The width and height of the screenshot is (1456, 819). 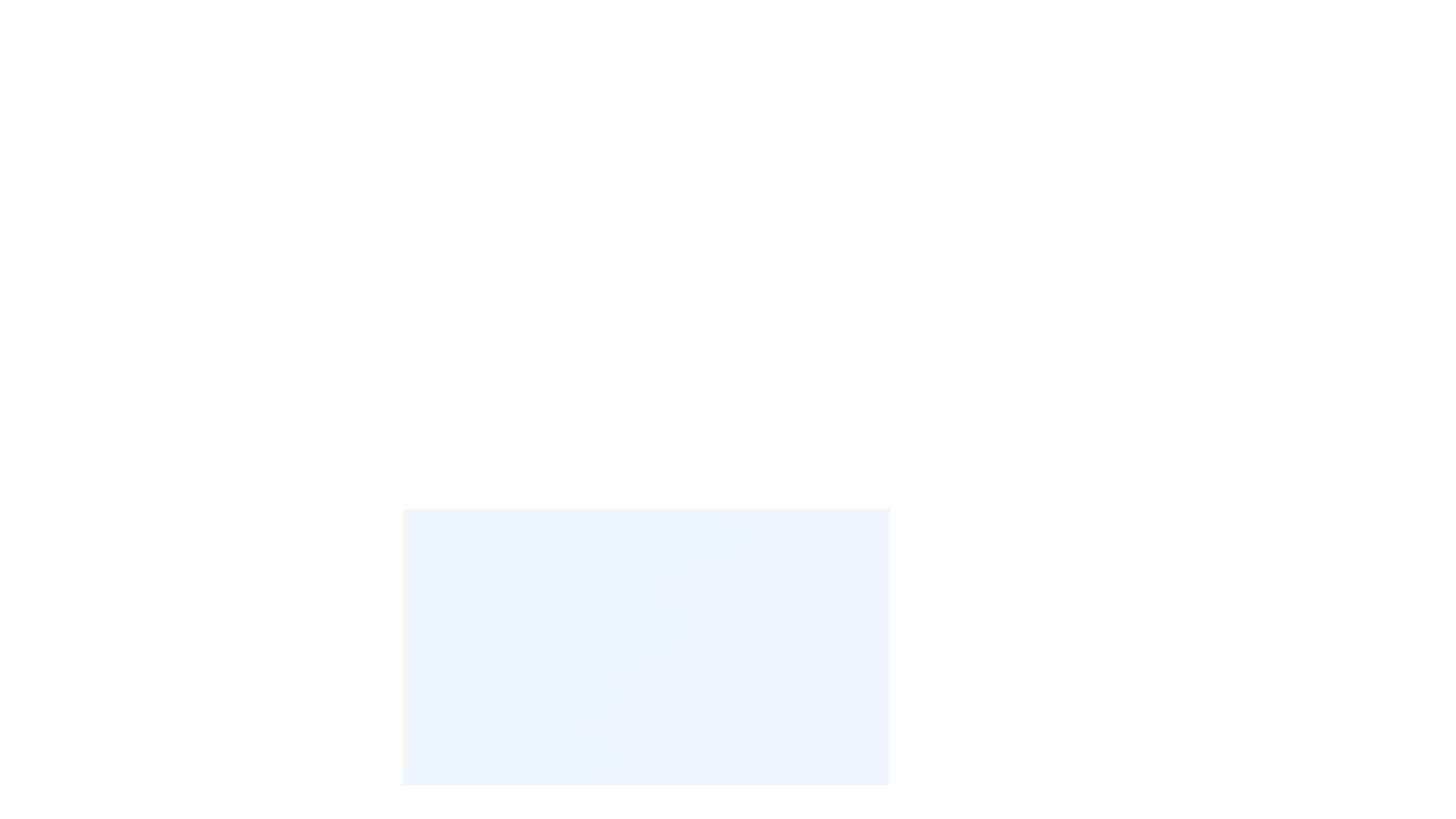 What do you see at coordinates (645, 637) in the screenshot?
I see `the Informational panel titled 'Typography Manager', which has a white background and contains a descriptive paragraph` at bounding box center [645, 637].